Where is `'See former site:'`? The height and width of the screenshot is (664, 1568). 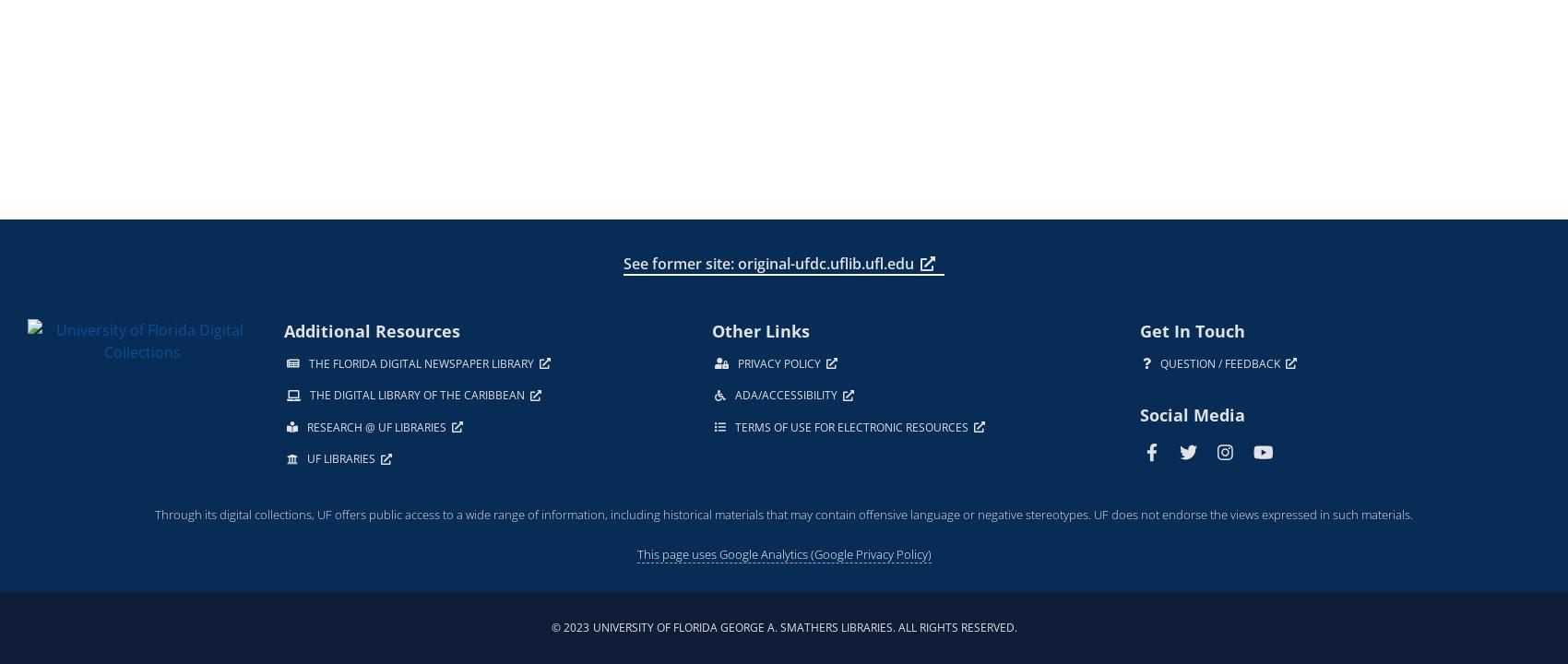
'See former site:' is located at coordinates (678, 262).